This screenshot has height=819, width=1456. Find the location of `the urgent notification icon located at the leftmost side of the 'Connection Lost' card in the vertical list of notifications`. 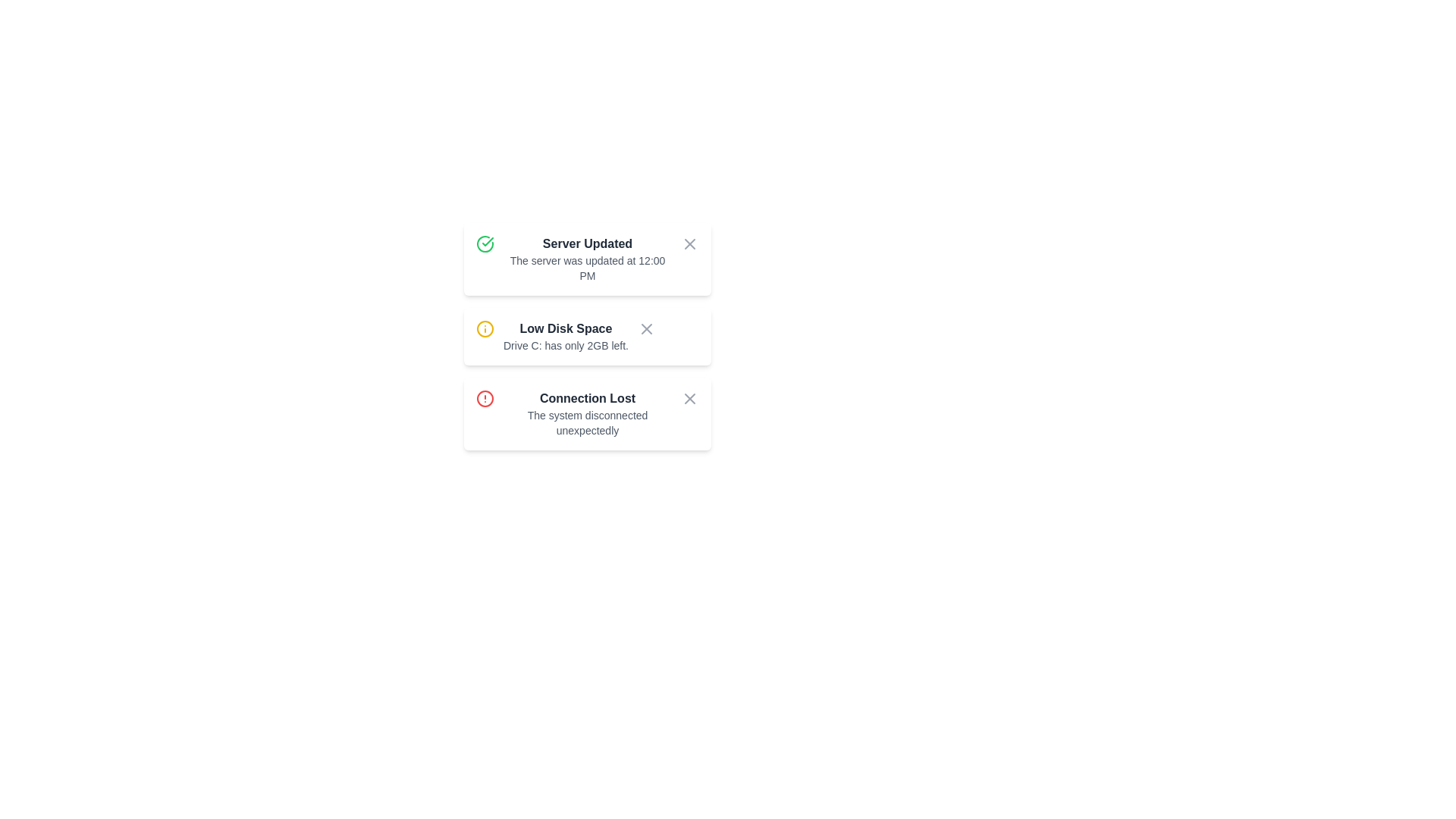

the urgent notification icon located at the leftmost side of the 'Connection Lost' card in the vertical list of notifications is located at coordinates (484, 397).